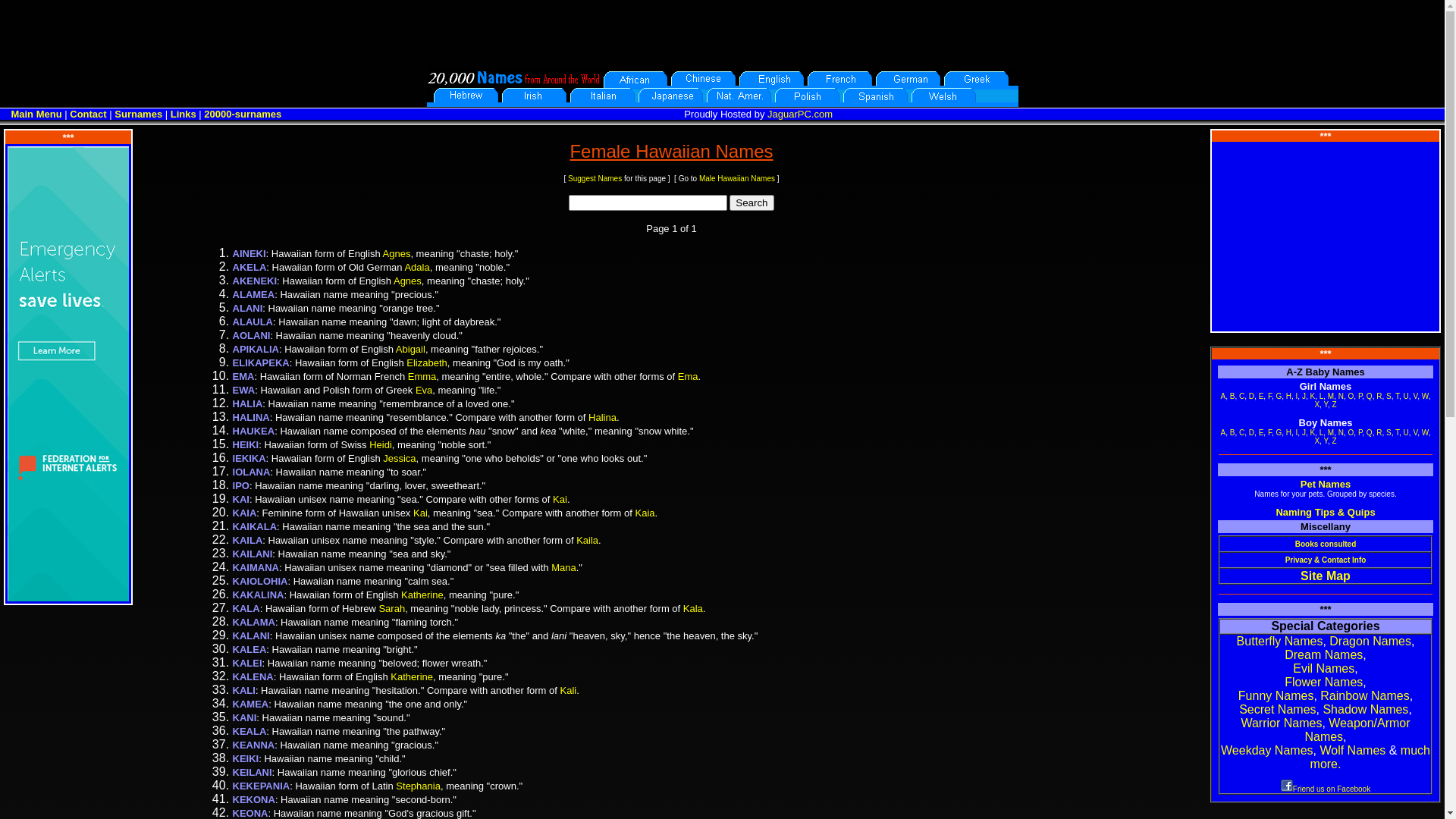 The width and height of the screenshot is (1456, 819). I want to click on 'X', so click(1316, 403).